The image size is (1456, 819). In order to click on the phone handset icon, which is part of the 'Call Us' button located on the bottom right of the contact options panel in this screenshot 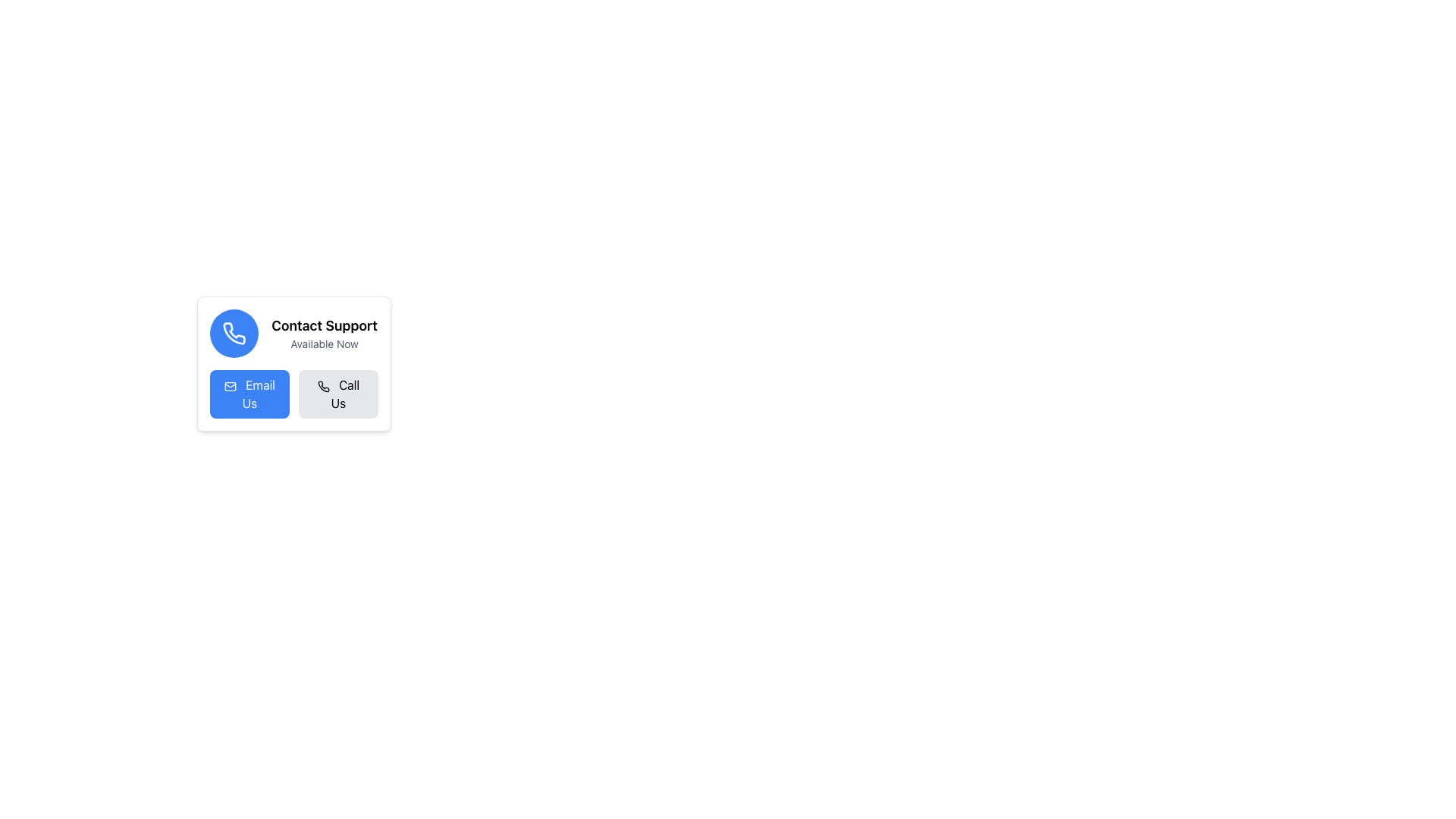, I will do `click(322, 385)`.